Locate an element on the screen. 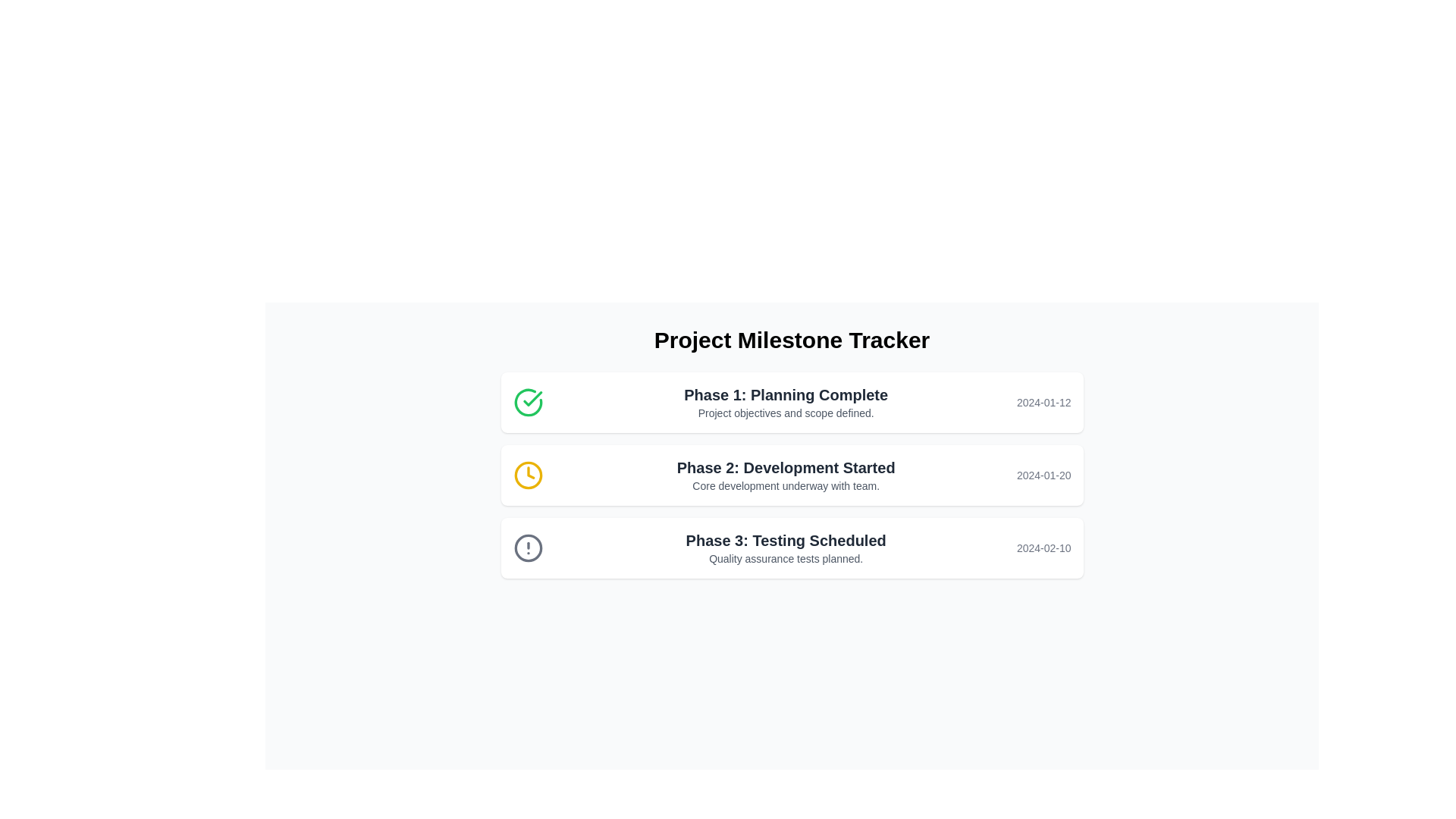  the header element displaying 'Project Milestone Tracker', which is styled as 'text-3xl font-bold' and is centrally located at the top of the layout is located at coordinates (791, 339).